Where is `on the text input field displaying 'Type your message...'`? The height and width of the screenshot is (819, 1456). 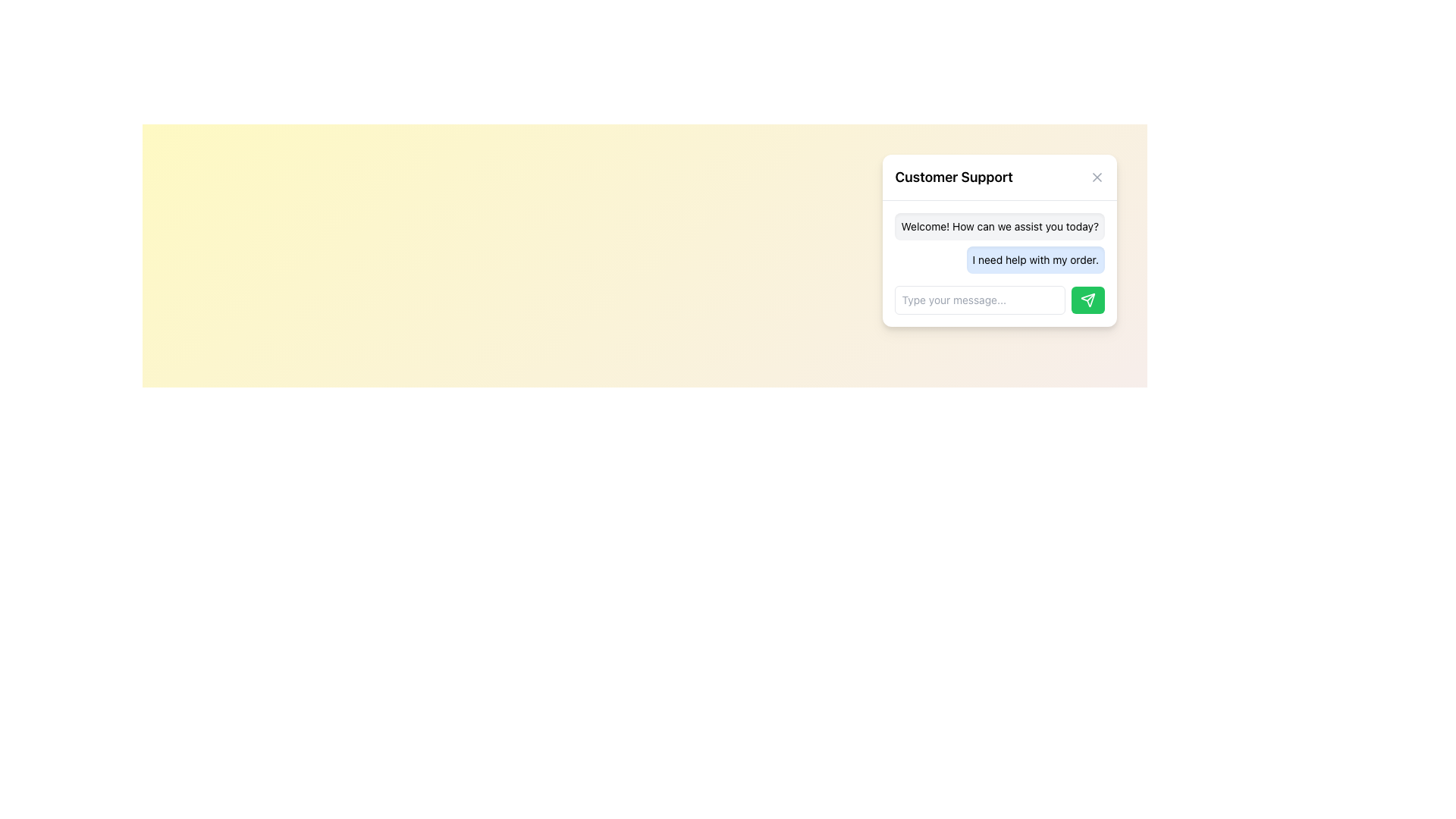 on the text input field displaying 'Type your message...' is located at coordinates (980, 300).